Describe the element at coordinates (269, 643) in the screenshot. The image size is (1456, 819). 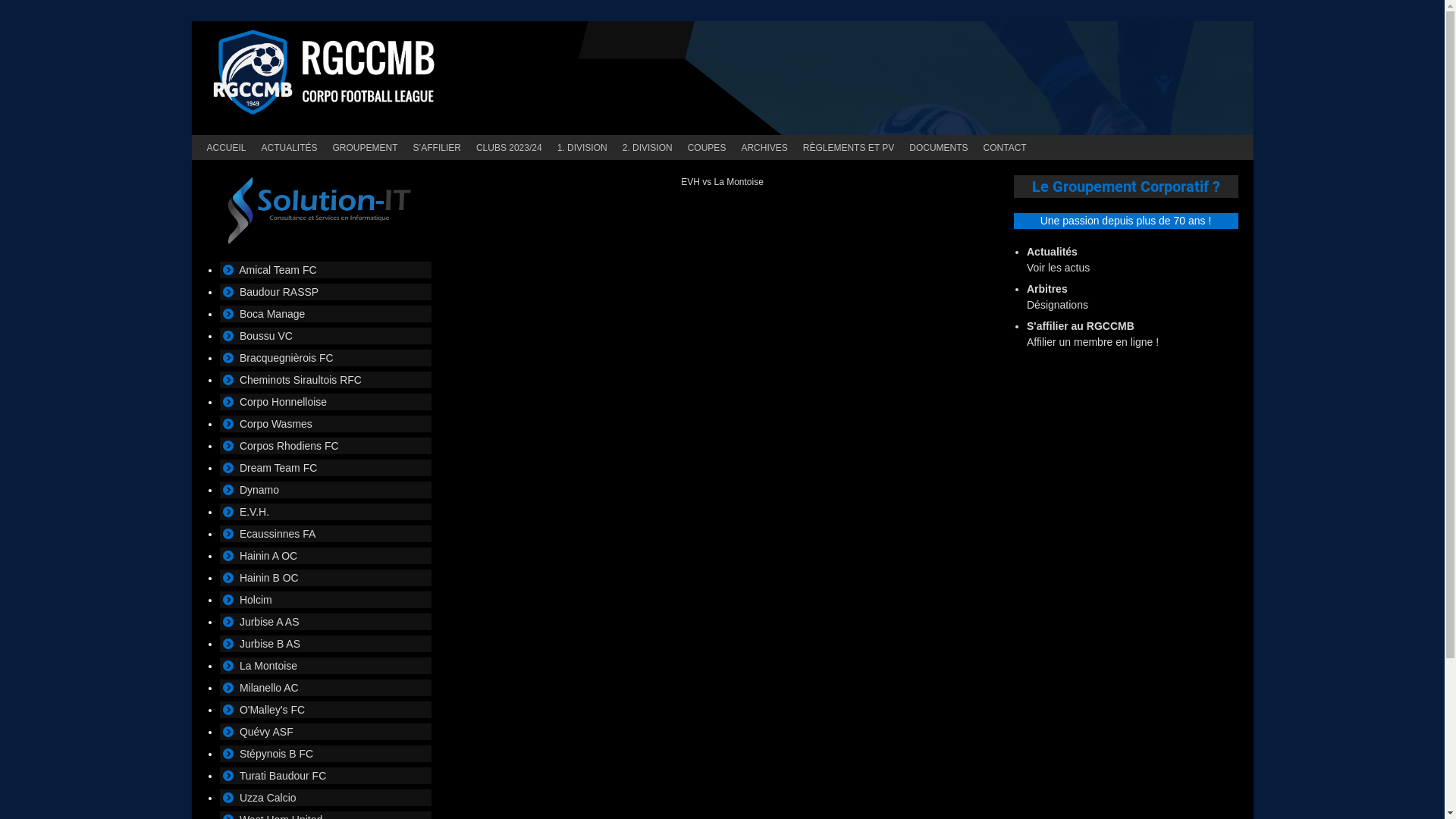
I see `'Jurbise B AS'` at that location.